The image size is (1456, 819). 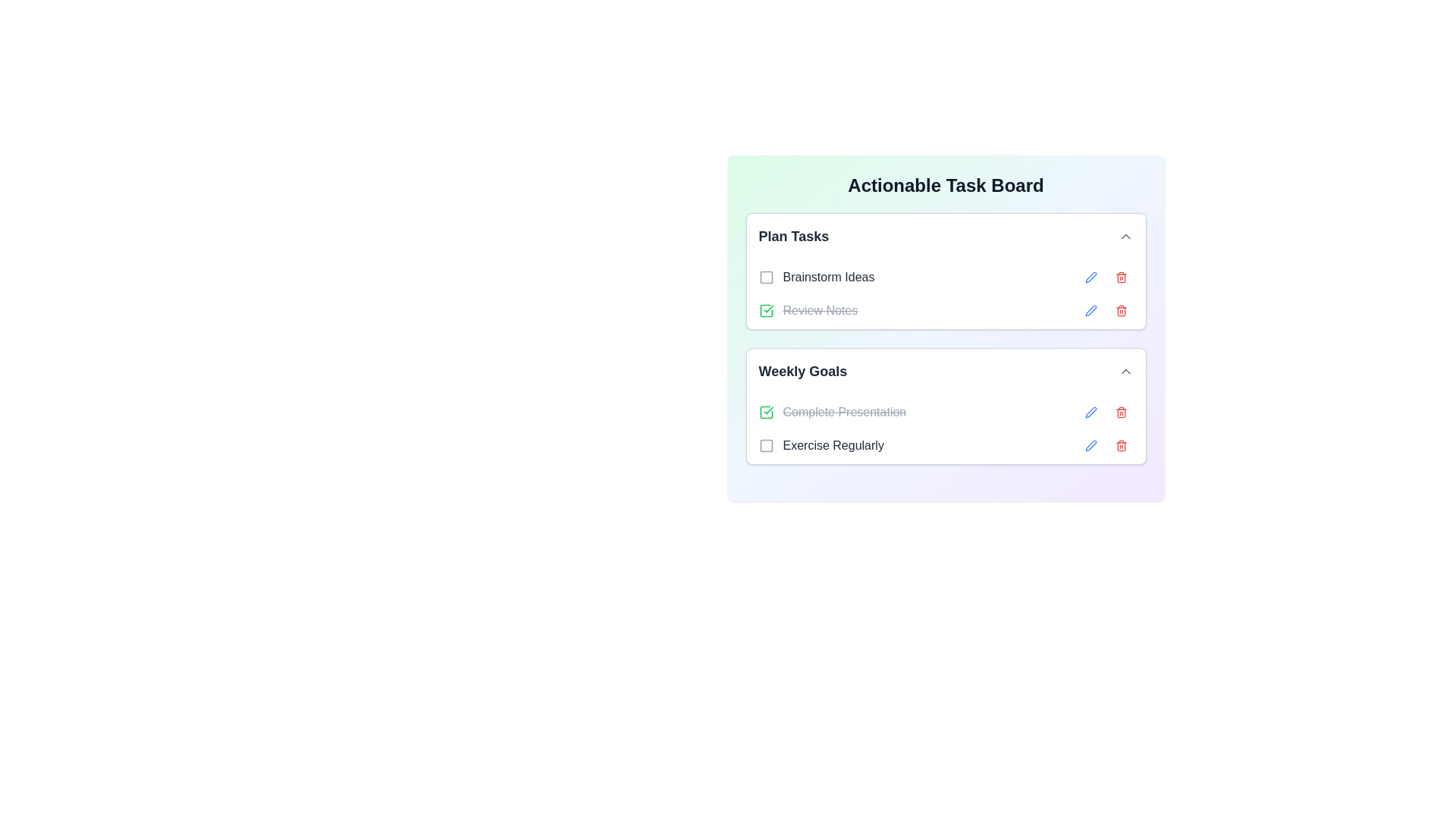 I want to click on the circular button with a blue pen icon located in the 'Weekly Goals' section, so click(x=1090, y=412).